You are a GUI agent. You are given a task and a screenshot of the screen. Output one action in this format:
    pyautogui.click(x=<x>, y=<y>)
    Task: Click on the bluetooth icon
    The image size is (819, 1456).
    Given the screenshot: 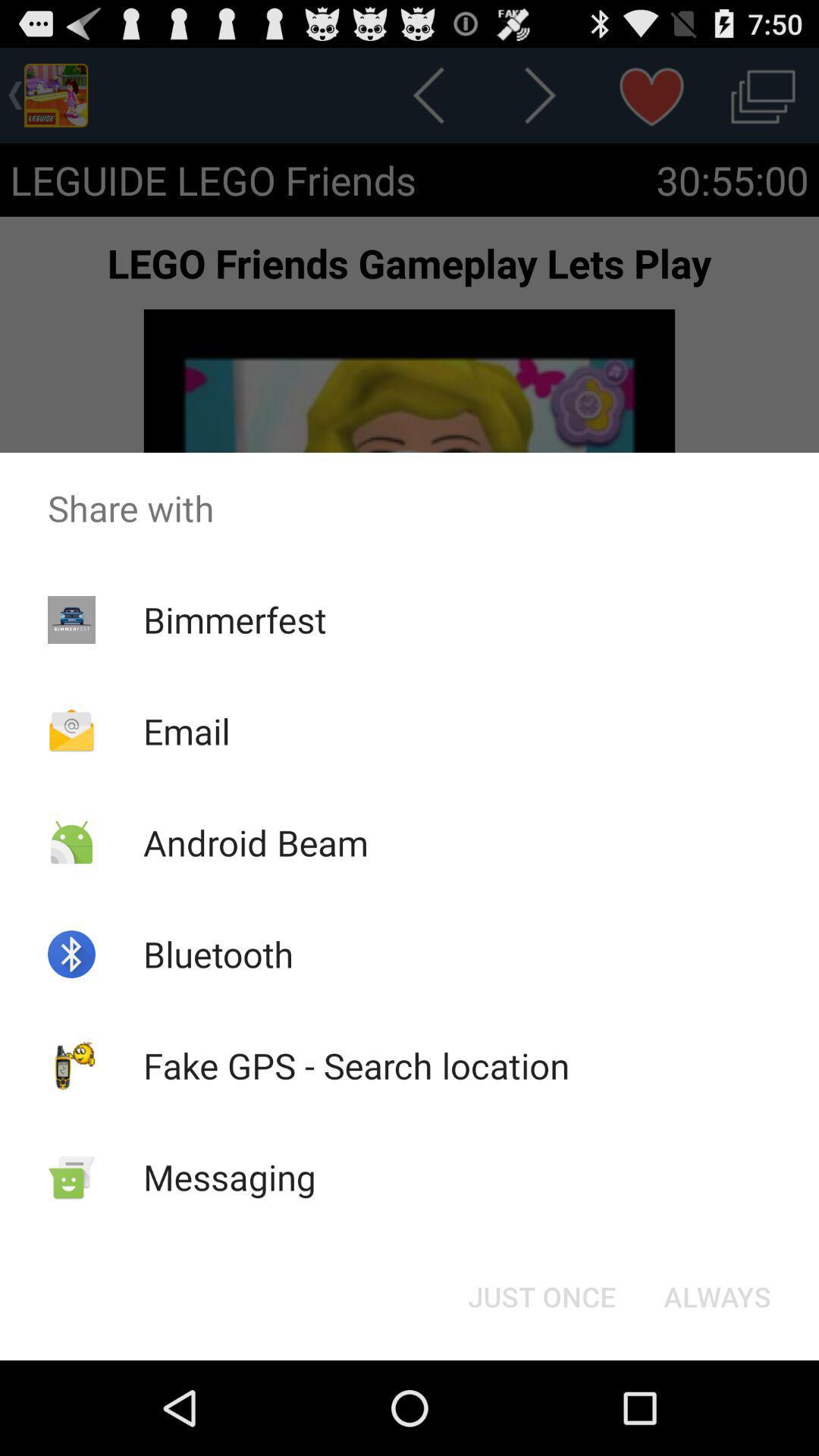 What is the action you would take?
    pyautogui.click(x=218, y=953)
    